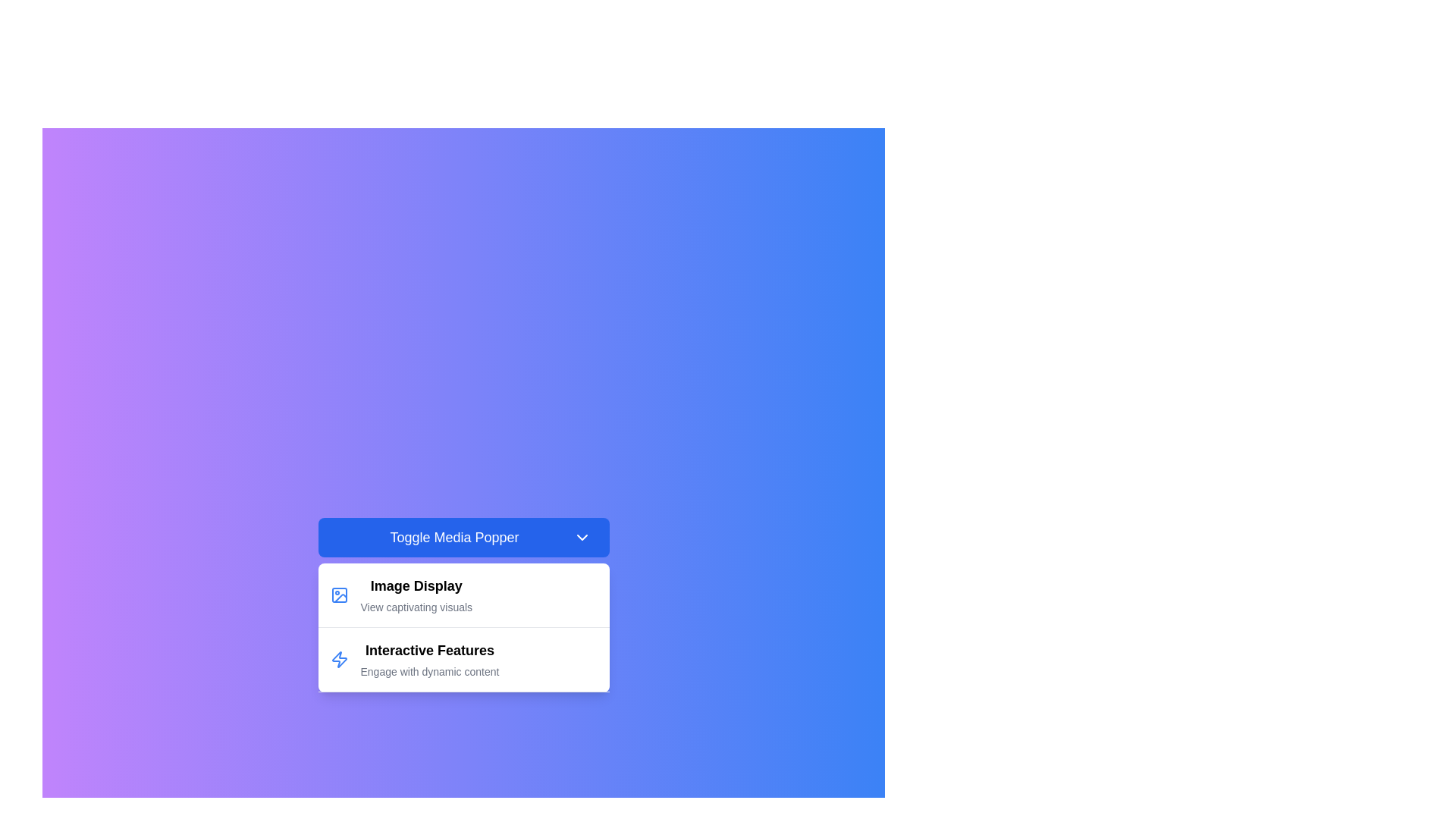  Describe the element at coordinates (338, 659) in the screenshot. I see `the blue lightning-shaped icon in the 'Interactive Features' list item under the 'Toggle Media Popper' drop-down menu` at that location.